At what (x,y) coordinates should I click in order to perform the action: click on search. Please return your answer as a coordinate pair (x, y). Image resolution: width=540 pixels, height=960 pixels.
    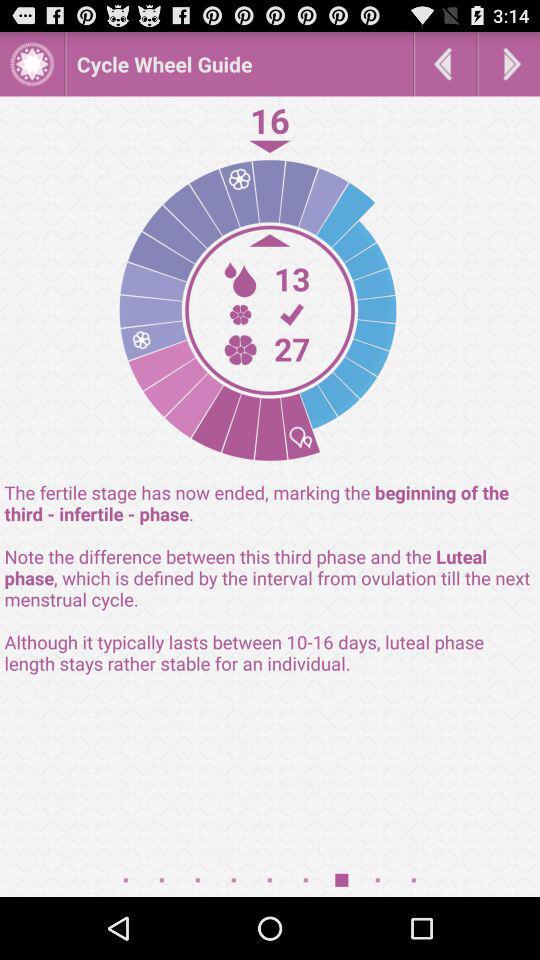
    Looking at the image, I should click on (509, 63).